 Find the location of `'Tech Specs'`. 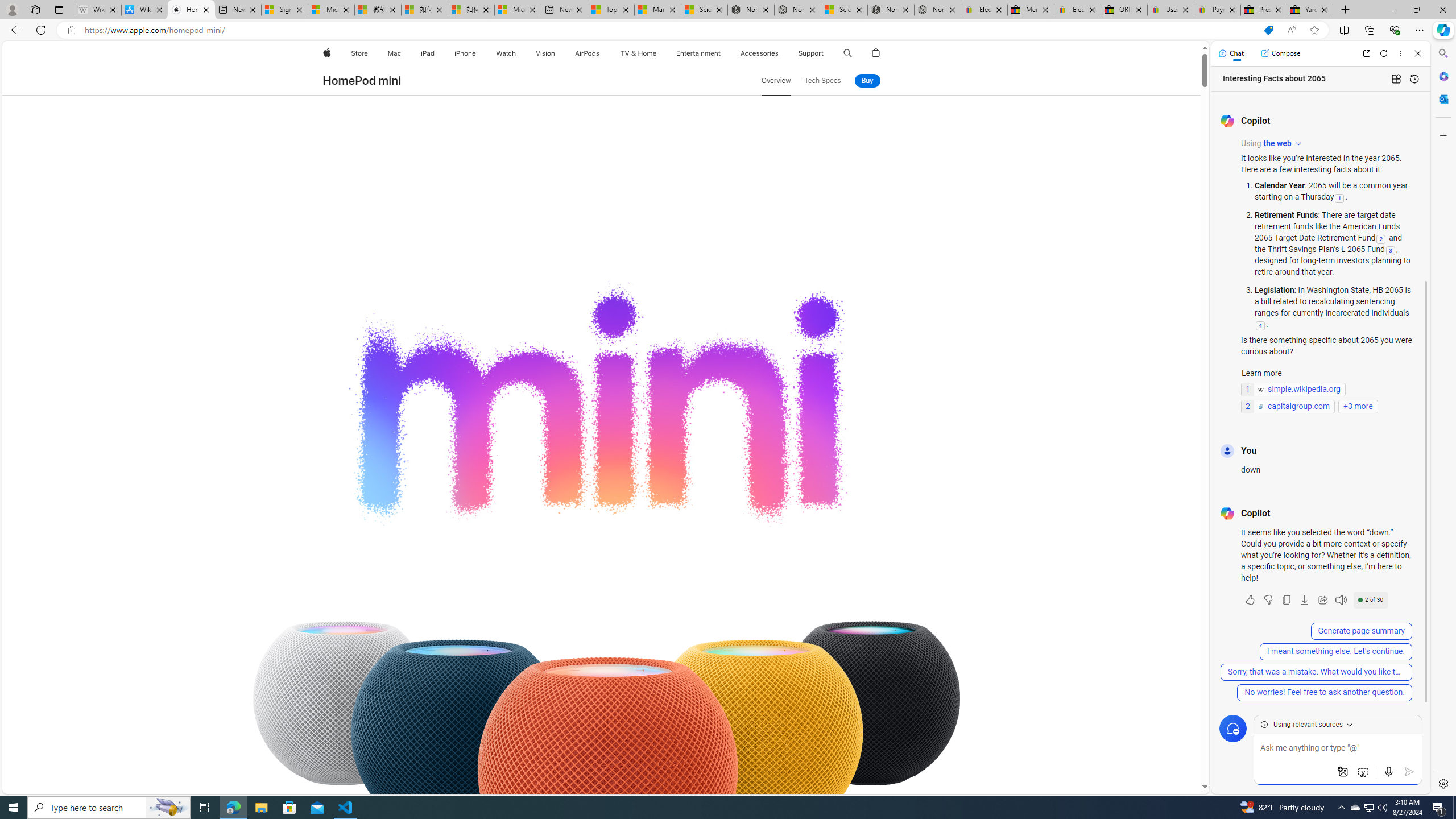

'Tech Specs' is located at coordinates (822, 80).